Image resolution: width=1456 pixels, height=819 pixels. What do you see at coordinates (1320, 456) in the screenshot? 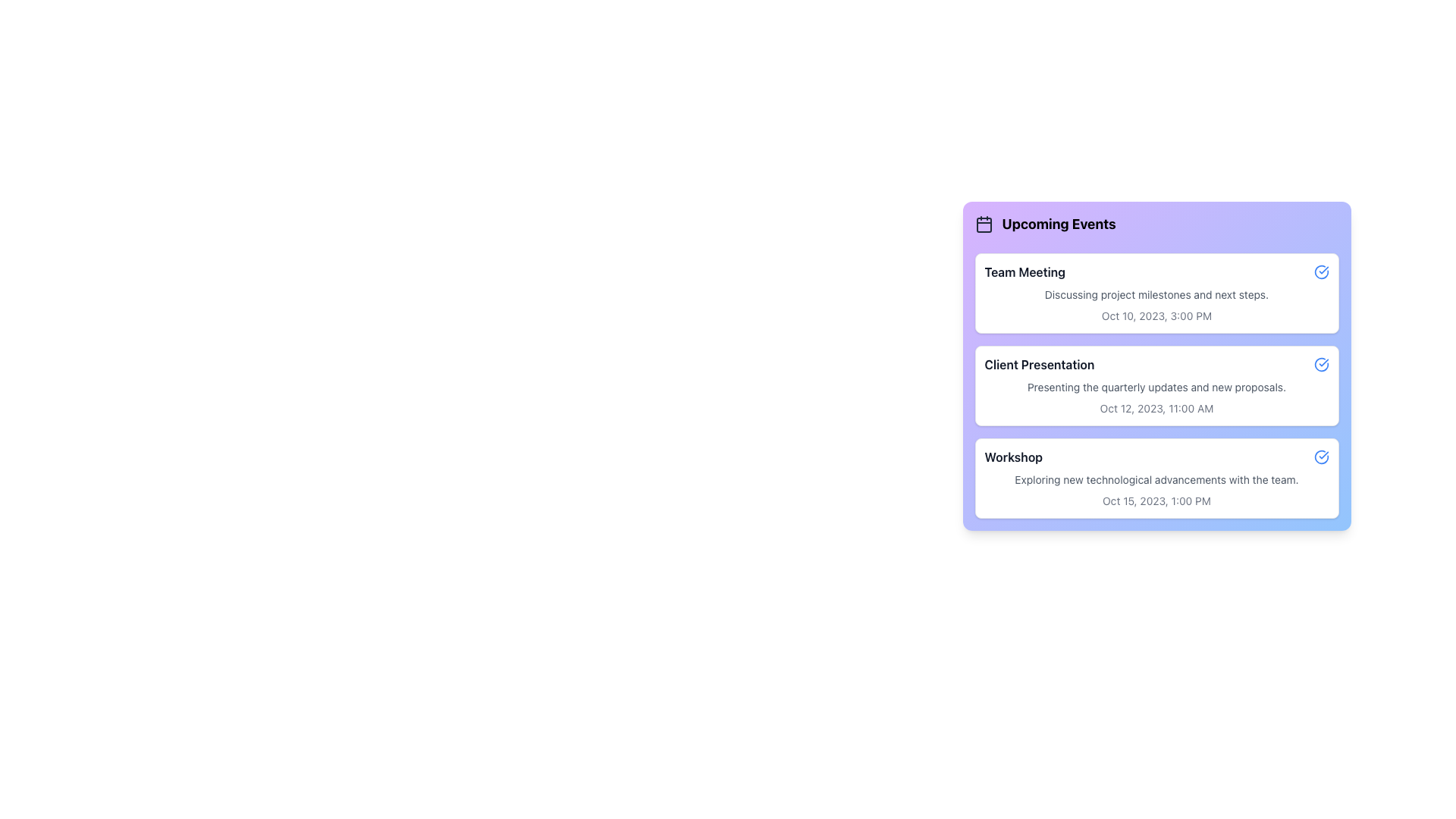
I see `the circular icon with a check mark located at the top-right corner of the 'Workshop' card in the 'Upcoming Events' panel` at bounding box center [1320, 456].